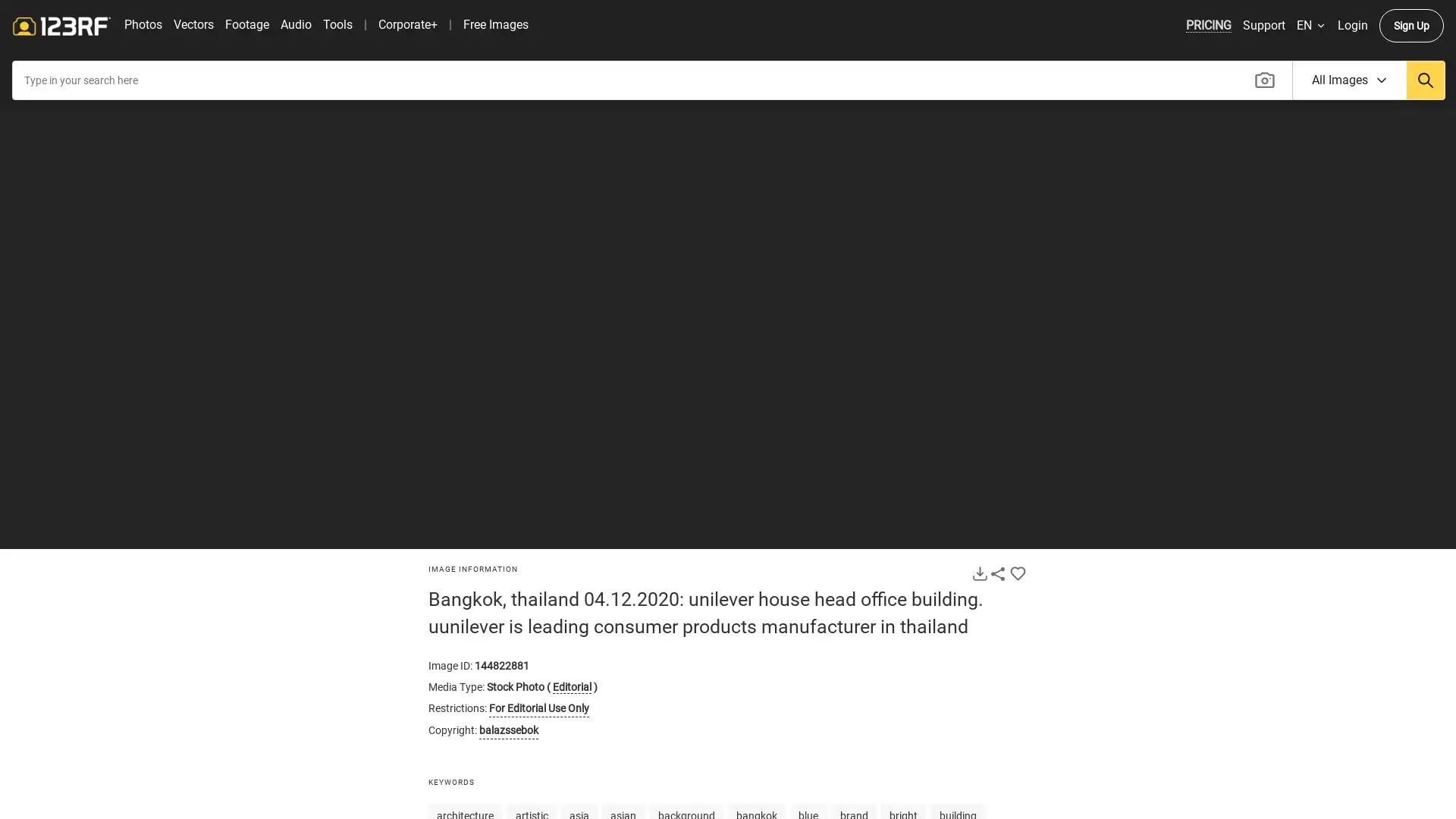  I want to click on Login, so click(1352, 79).